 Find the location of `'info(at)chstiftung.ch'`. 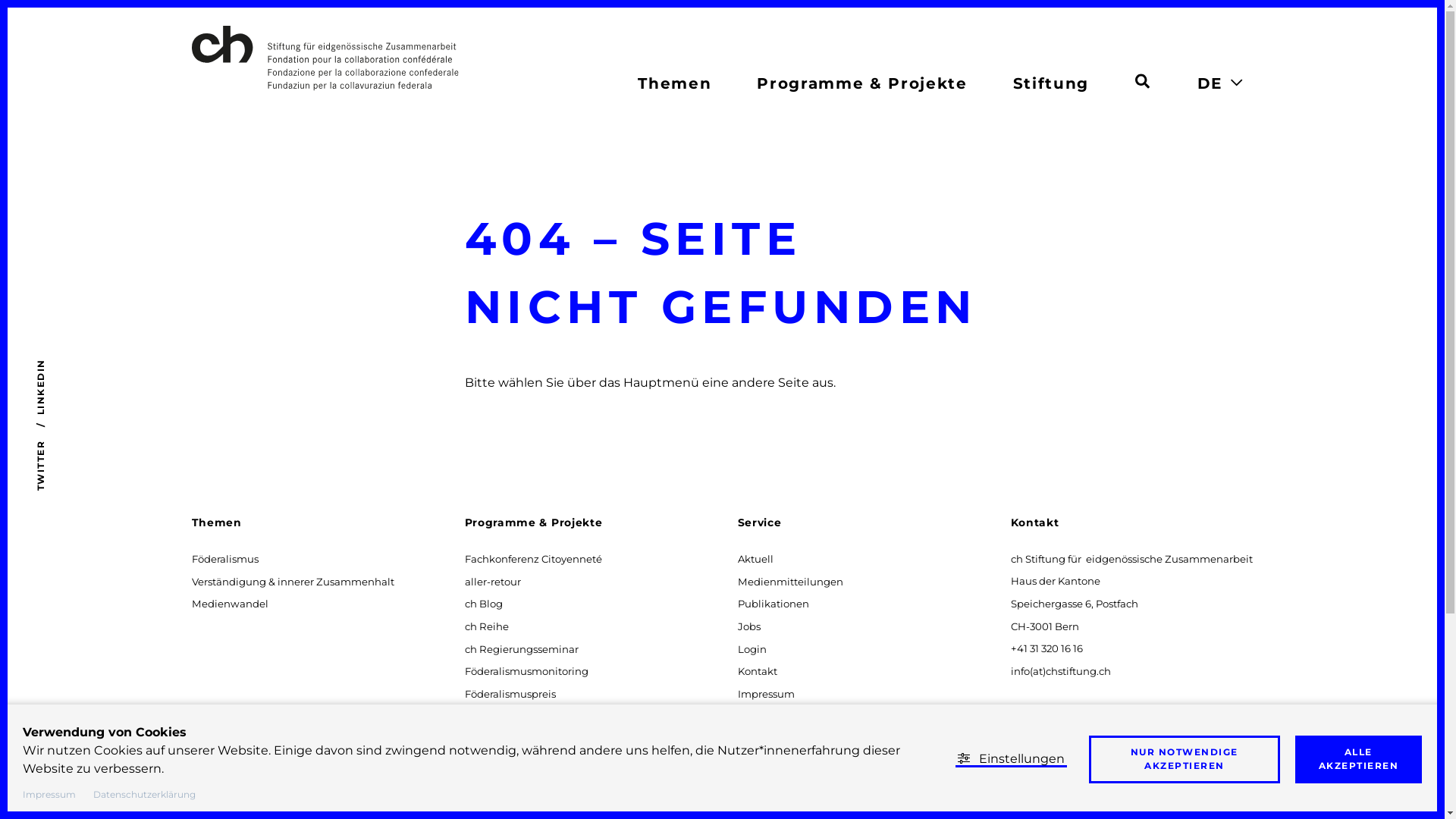

'info(at)chstiftung.ch' is located at coordinates (1008, 670).